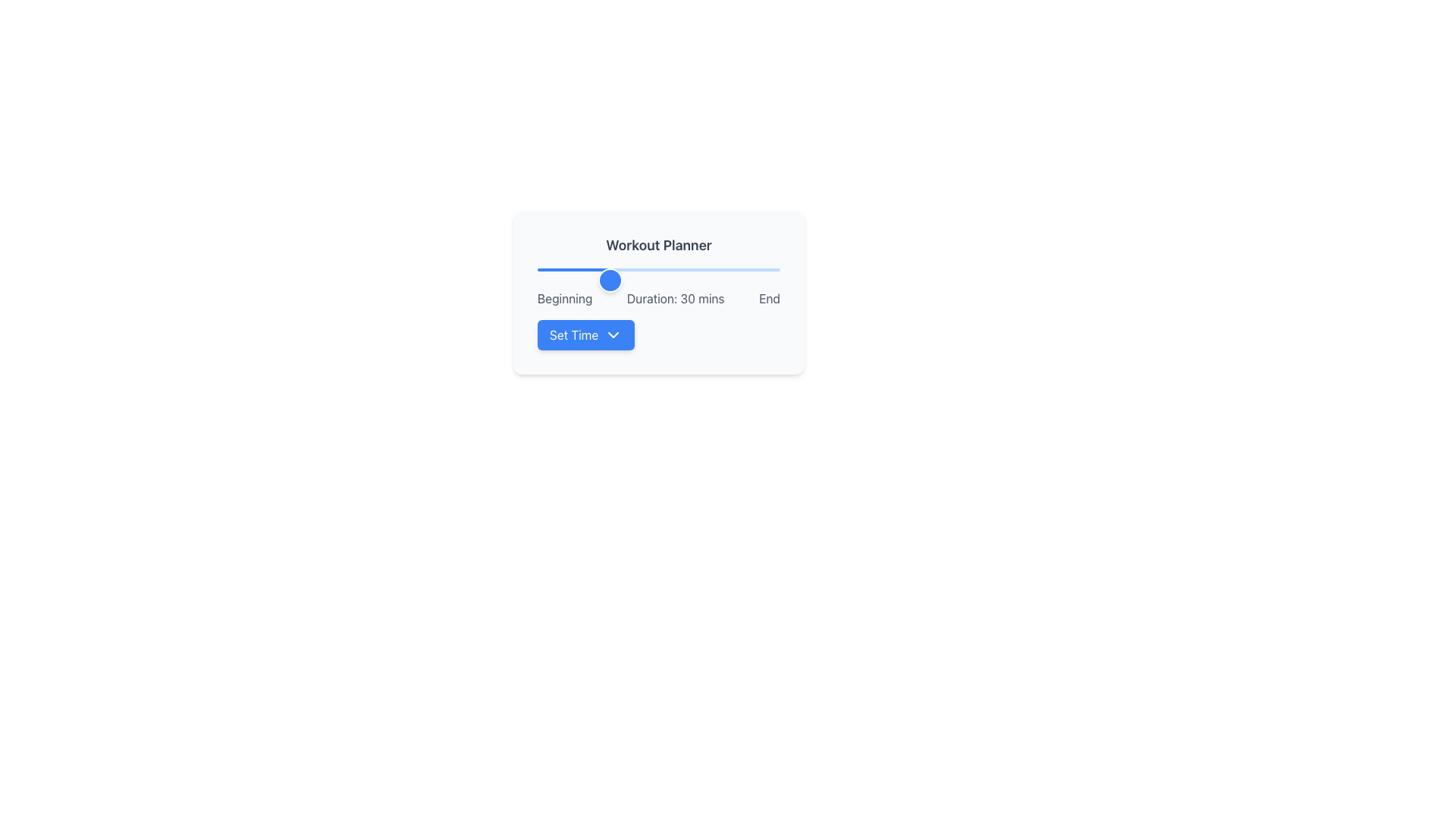  I want to click on the content of the text label displaying the selected duration of an action or event, which is positioned between the texts 'Beginning' and 'End', so click(675, 298).